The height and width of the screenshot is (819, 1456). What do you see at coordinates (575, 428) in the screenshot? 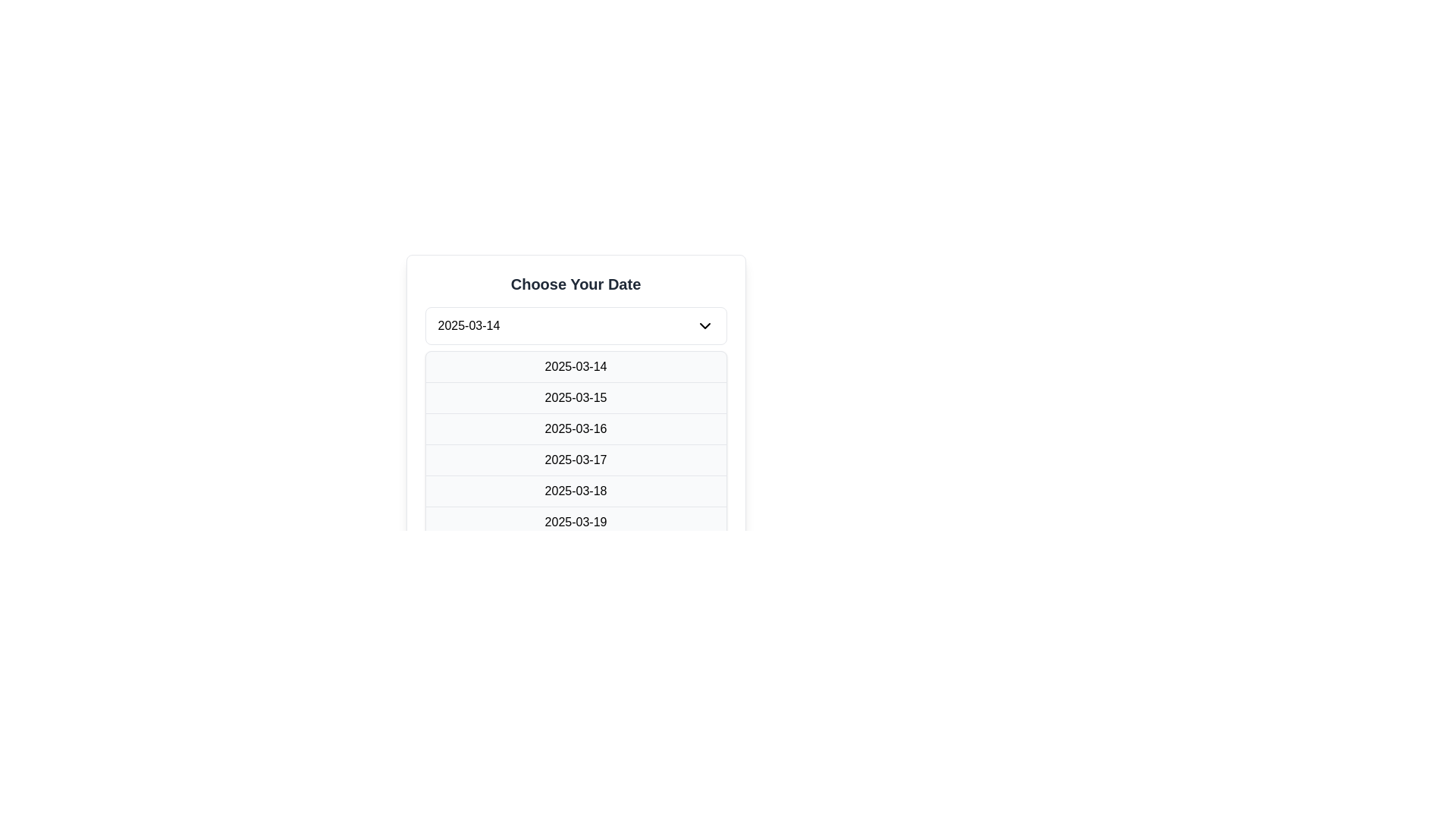
I see `the date '2025-03-16' from the dropdown list by clicking on it` at bounding box center [575, 428].